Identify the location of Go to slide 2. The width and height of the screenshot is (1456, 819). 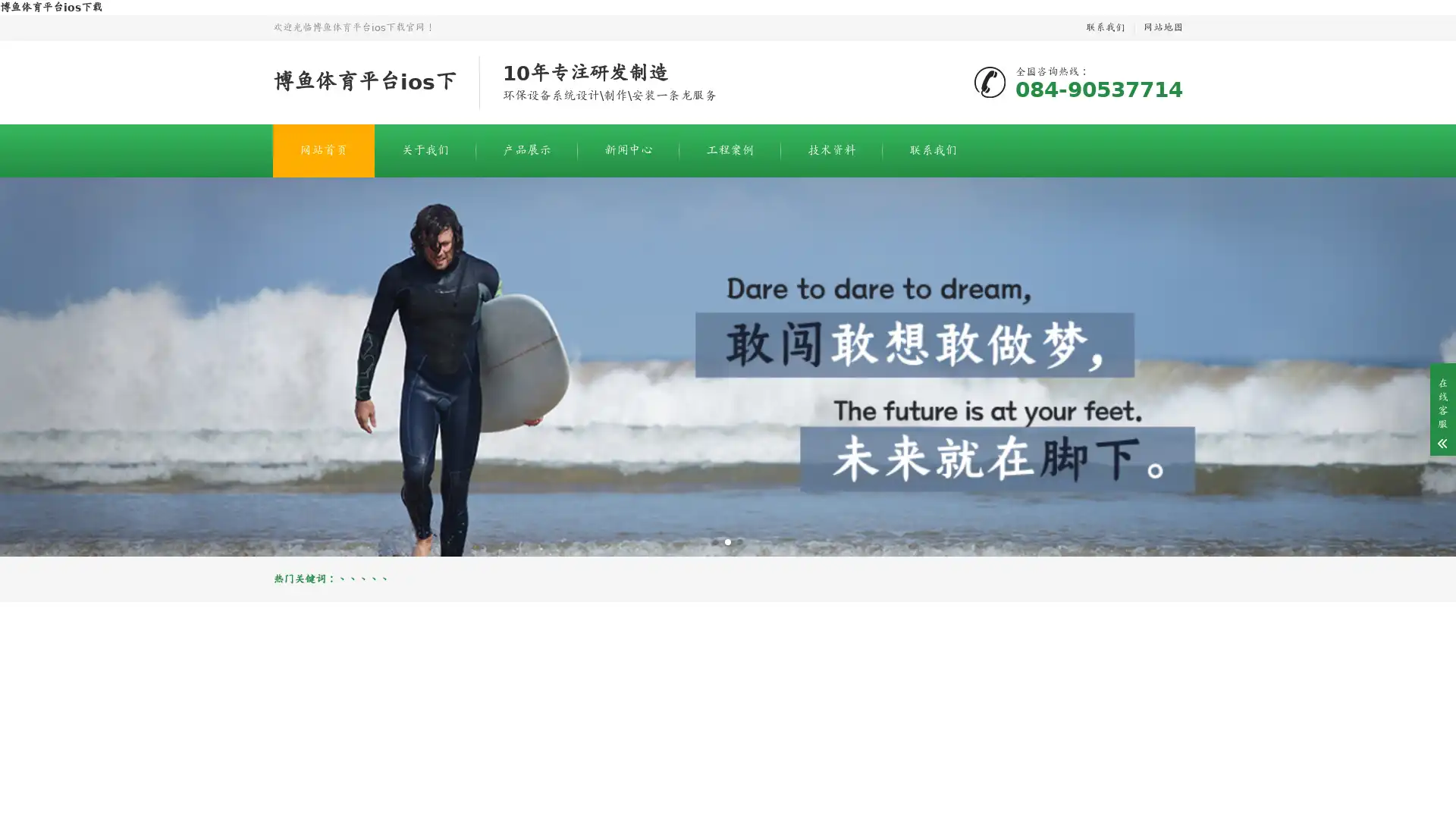
(728, 541).